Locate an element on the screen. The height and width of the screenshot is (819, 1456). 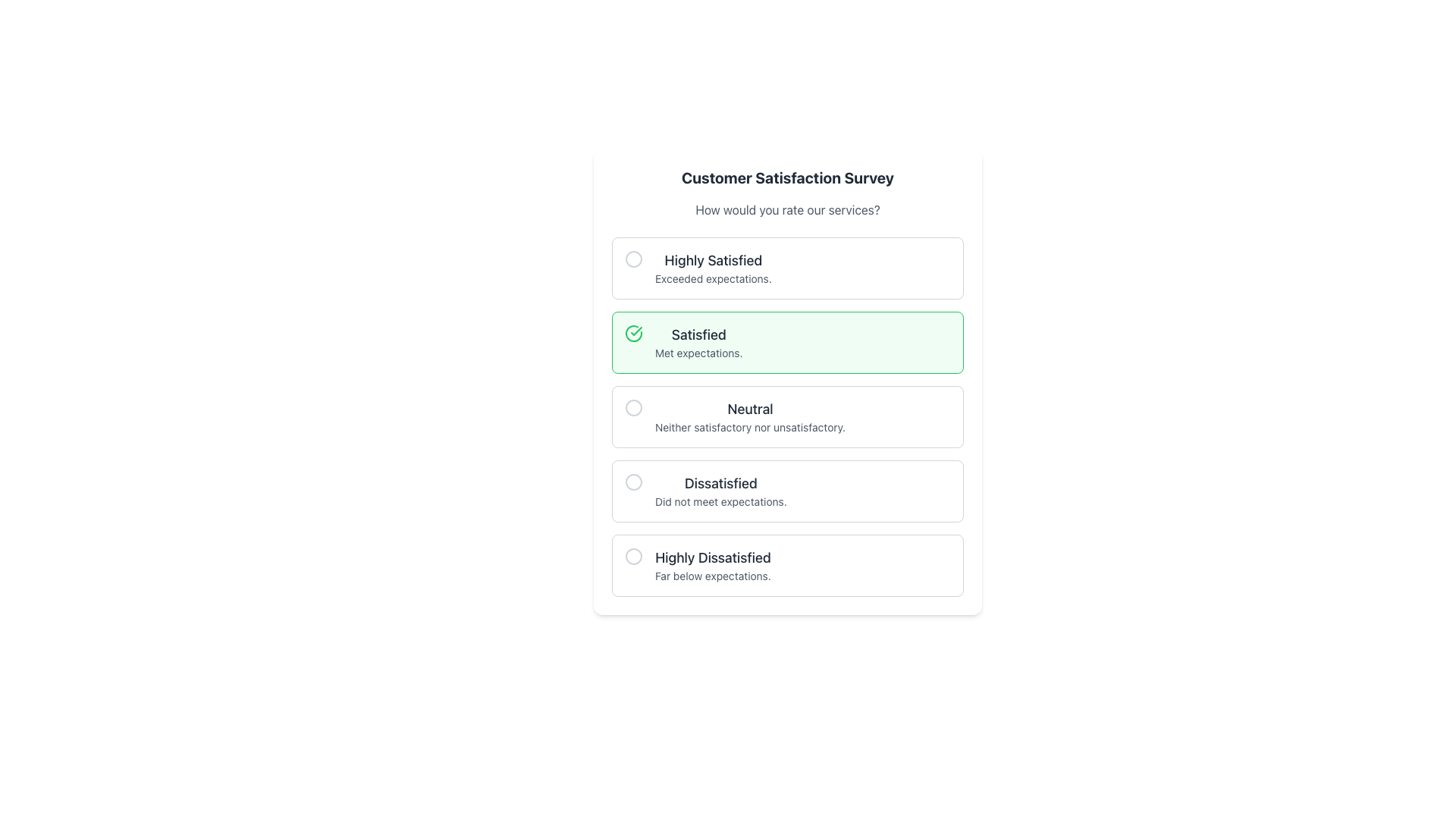
the 'Dissatisfied' radio button option in the customer satisfaction survey is located at coordinates (787, 491).